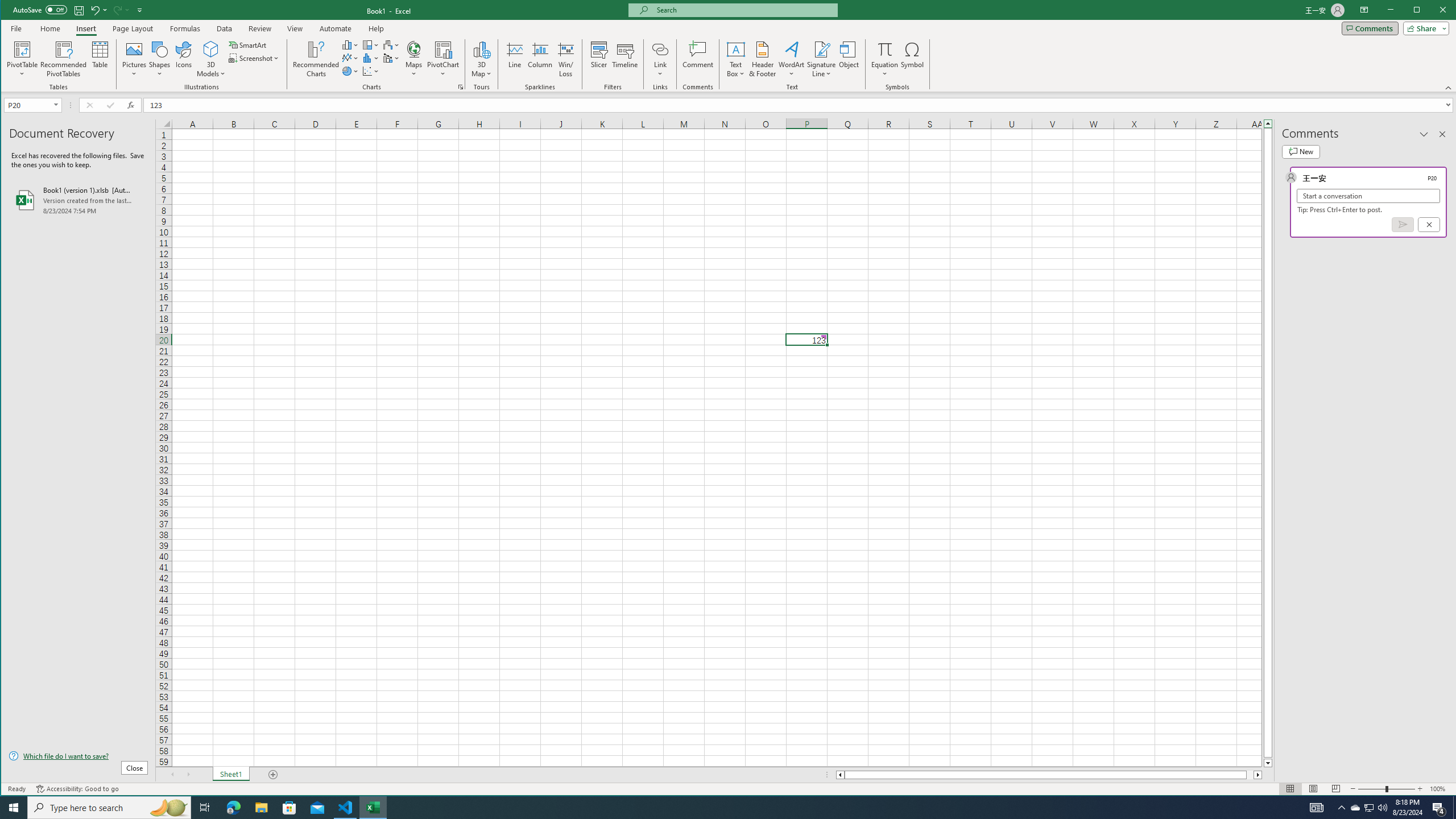  What do you see at coordinates (1381, 806) in the screenshot?
I see `'Q2790: 100%'` at bounding box center [1381, 806].